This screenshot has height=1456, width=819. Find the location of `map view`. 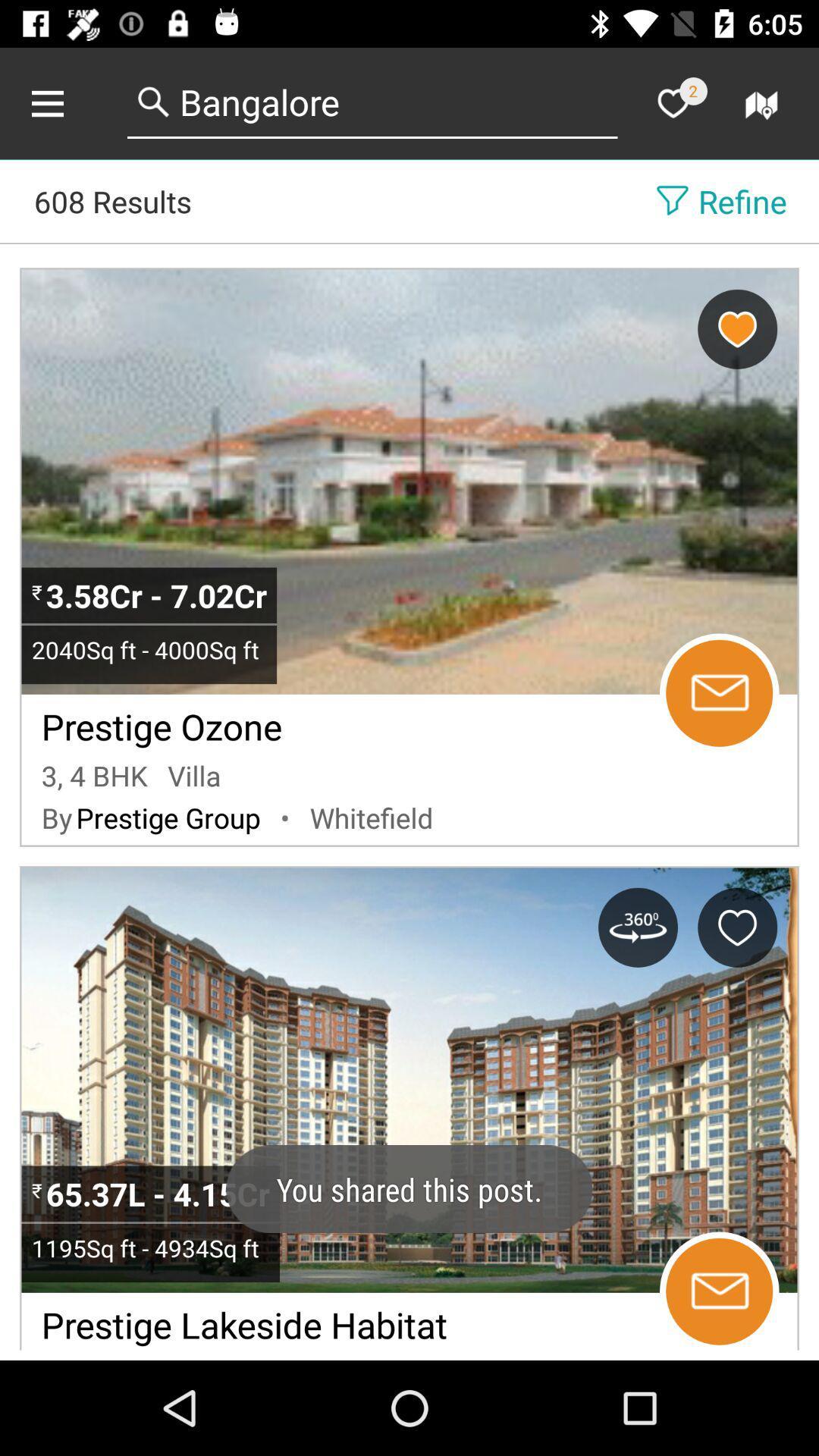

map view is located at coordinates (764, 102).